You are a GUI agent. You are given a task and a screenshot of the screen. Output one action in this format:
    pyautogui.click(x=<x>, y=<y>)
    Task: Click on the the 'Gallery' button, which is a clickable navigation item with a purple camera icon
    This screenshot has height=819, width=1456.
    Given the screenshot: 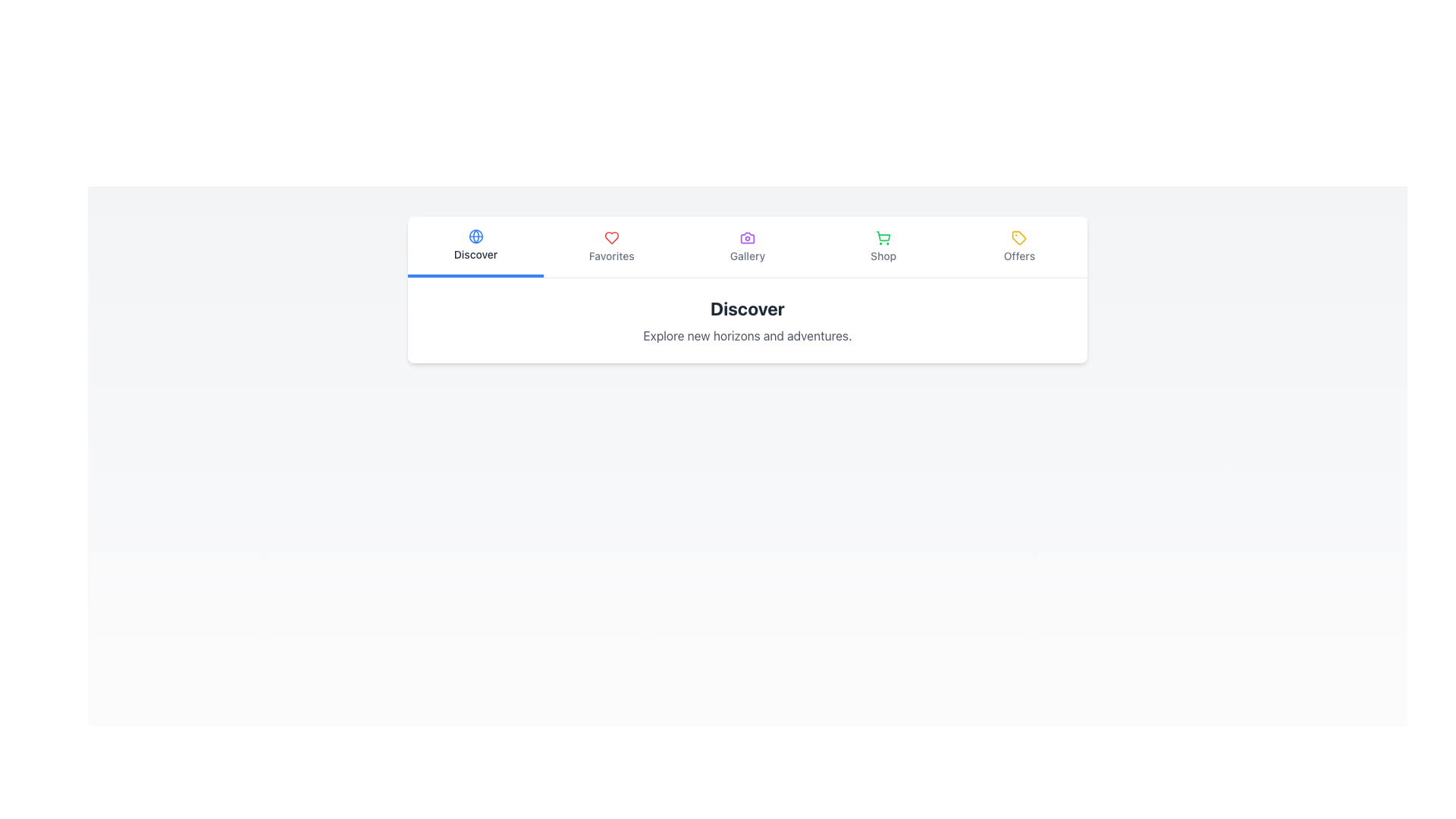 What is the action you would take?
    pyautogui.click(x=747, y=246)
    